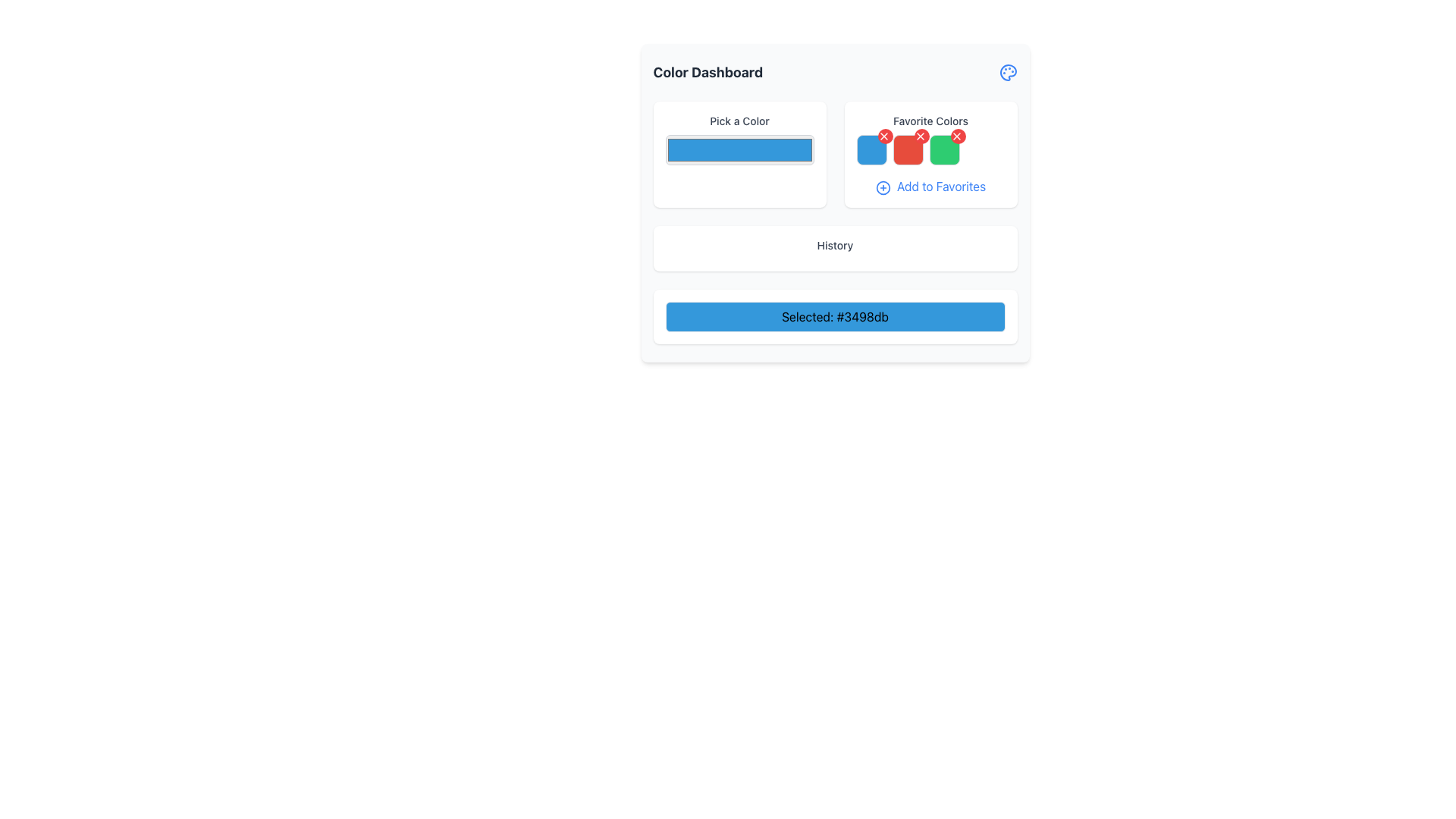  I want to click on the decorative or informative icon in the top-right corner of the 'Color Dashboard' interface, positioned next to the 'Color Dashboard' title text, so click(1008, 73).